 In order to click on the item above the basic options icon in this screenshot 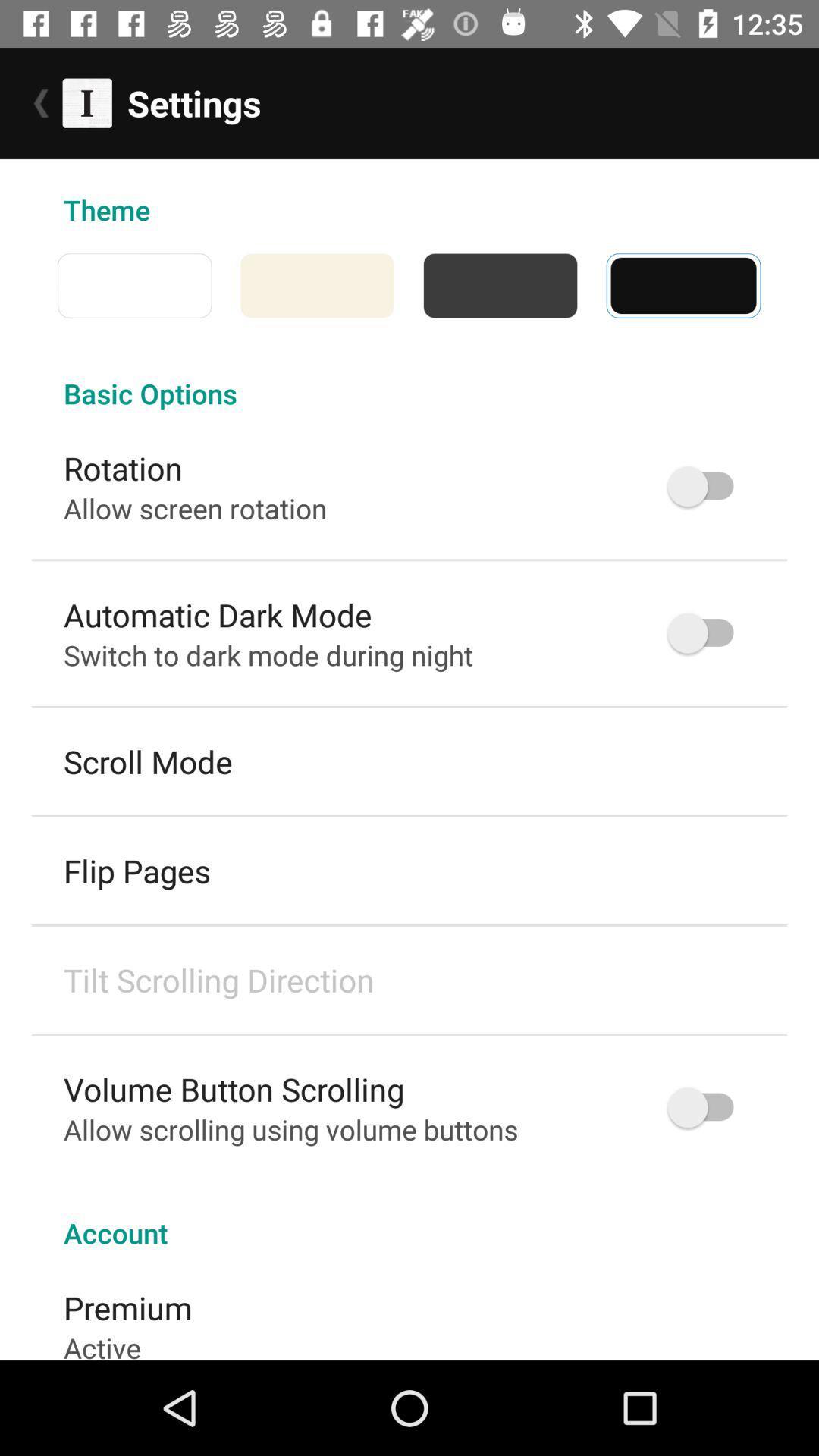, I will do `click(42, 285)`.